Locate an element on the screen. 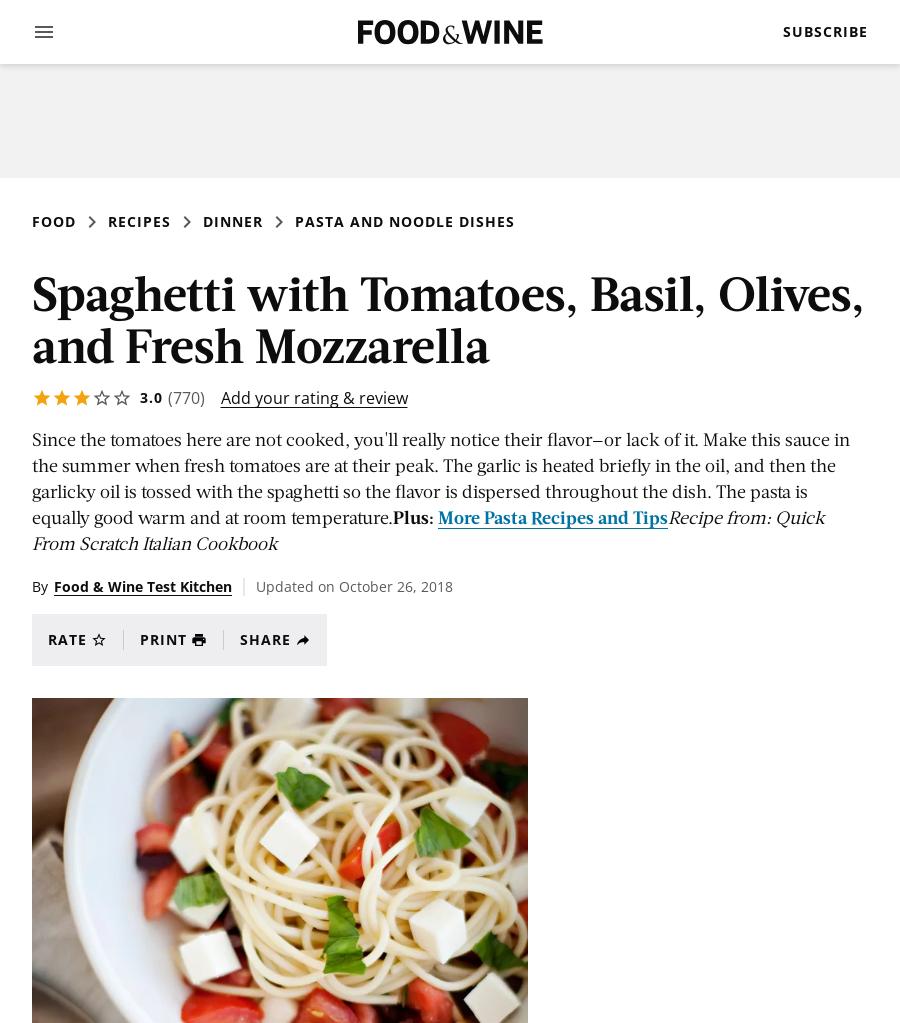 The height and width of the screenshot is (1023, 900). 'Recipes' is located at coordinates (139, 220).